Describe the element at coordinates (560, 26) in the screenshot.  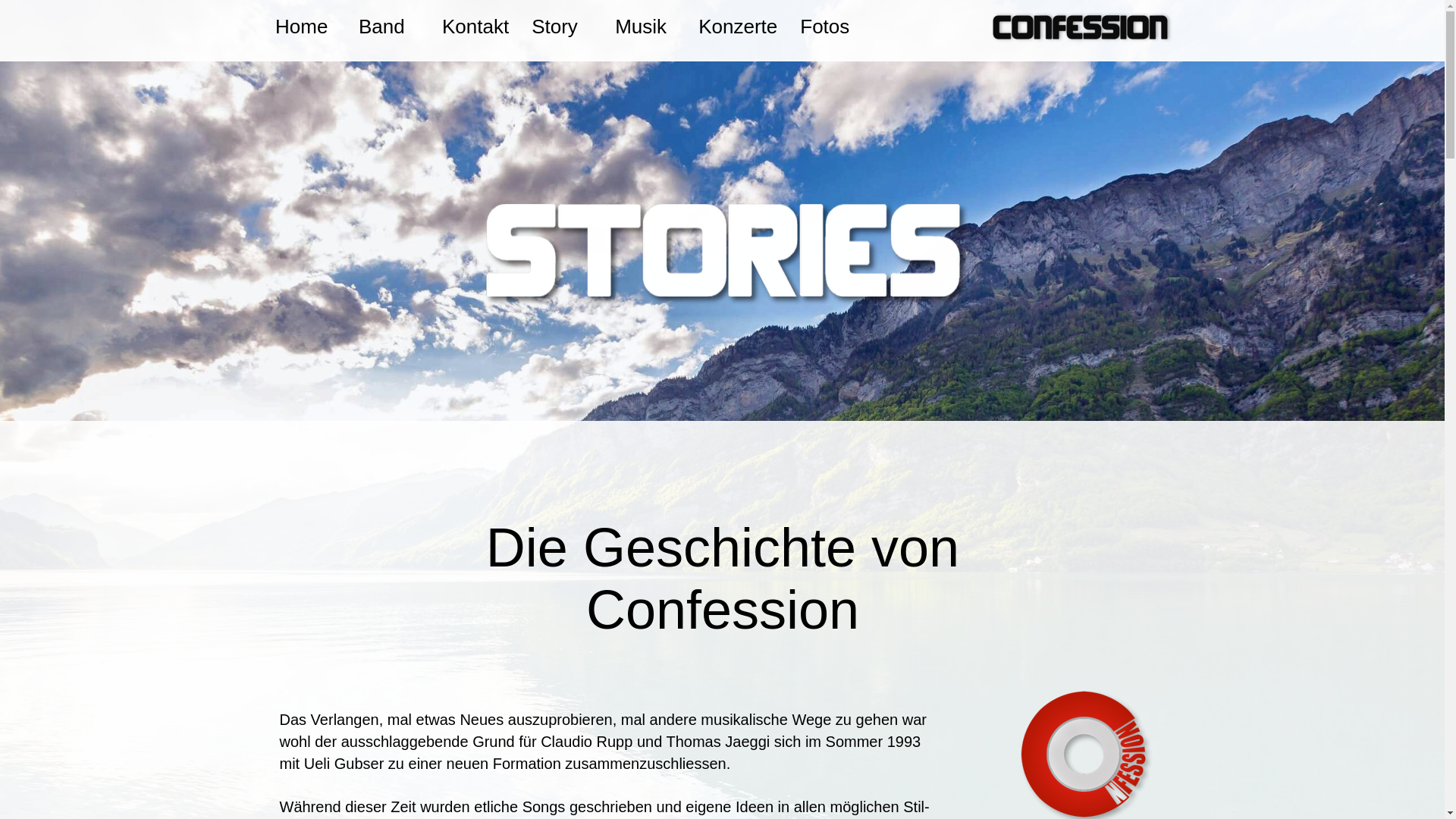
I see `'Story'` at that location.